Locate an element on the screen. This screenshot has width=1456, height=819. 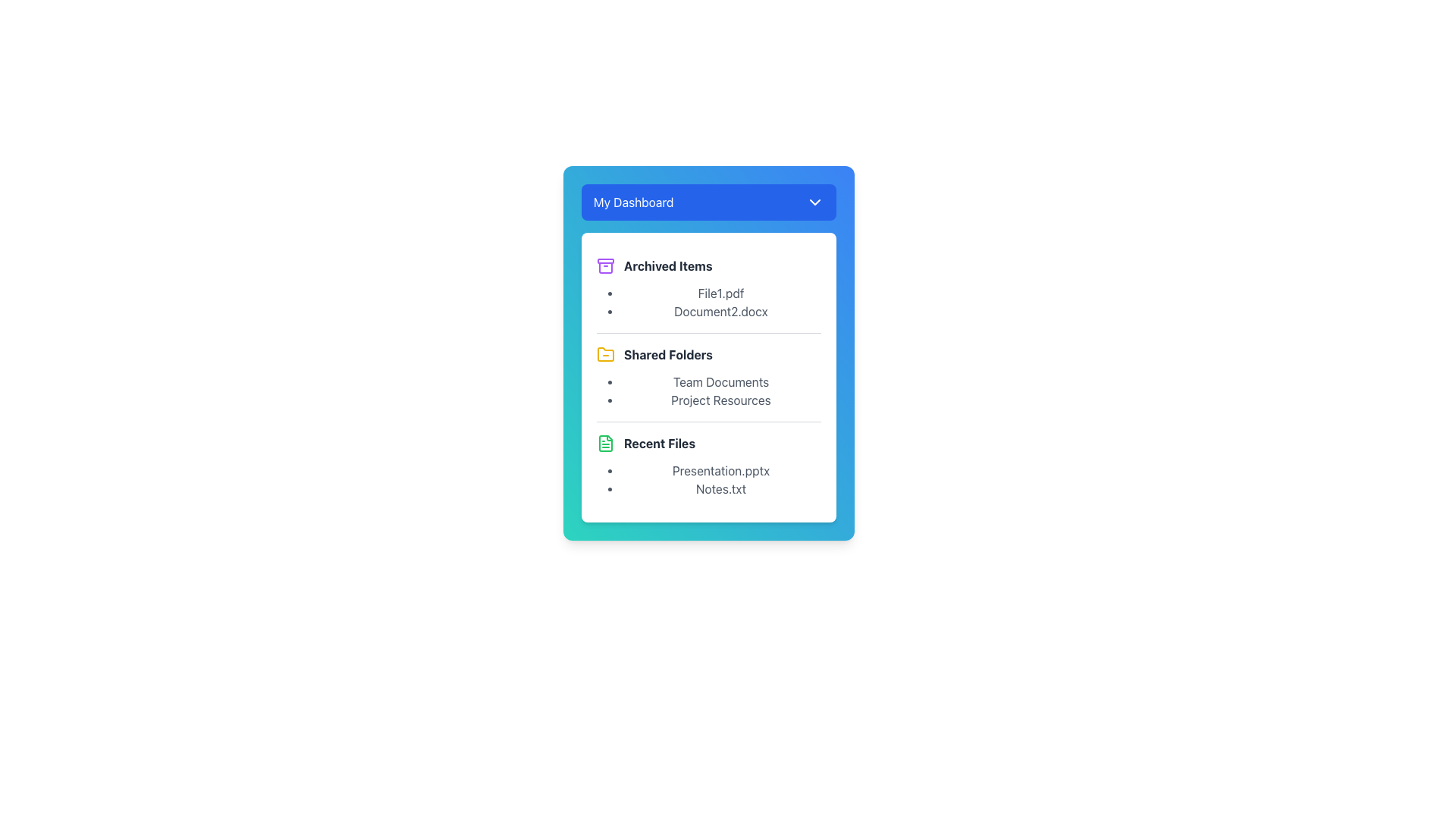
the 'Shared Folders' text label, which is positioned near the top center of the 'My Dashboard' panel, to the right of a yellow folder icon is located at coordinates (667, 354).